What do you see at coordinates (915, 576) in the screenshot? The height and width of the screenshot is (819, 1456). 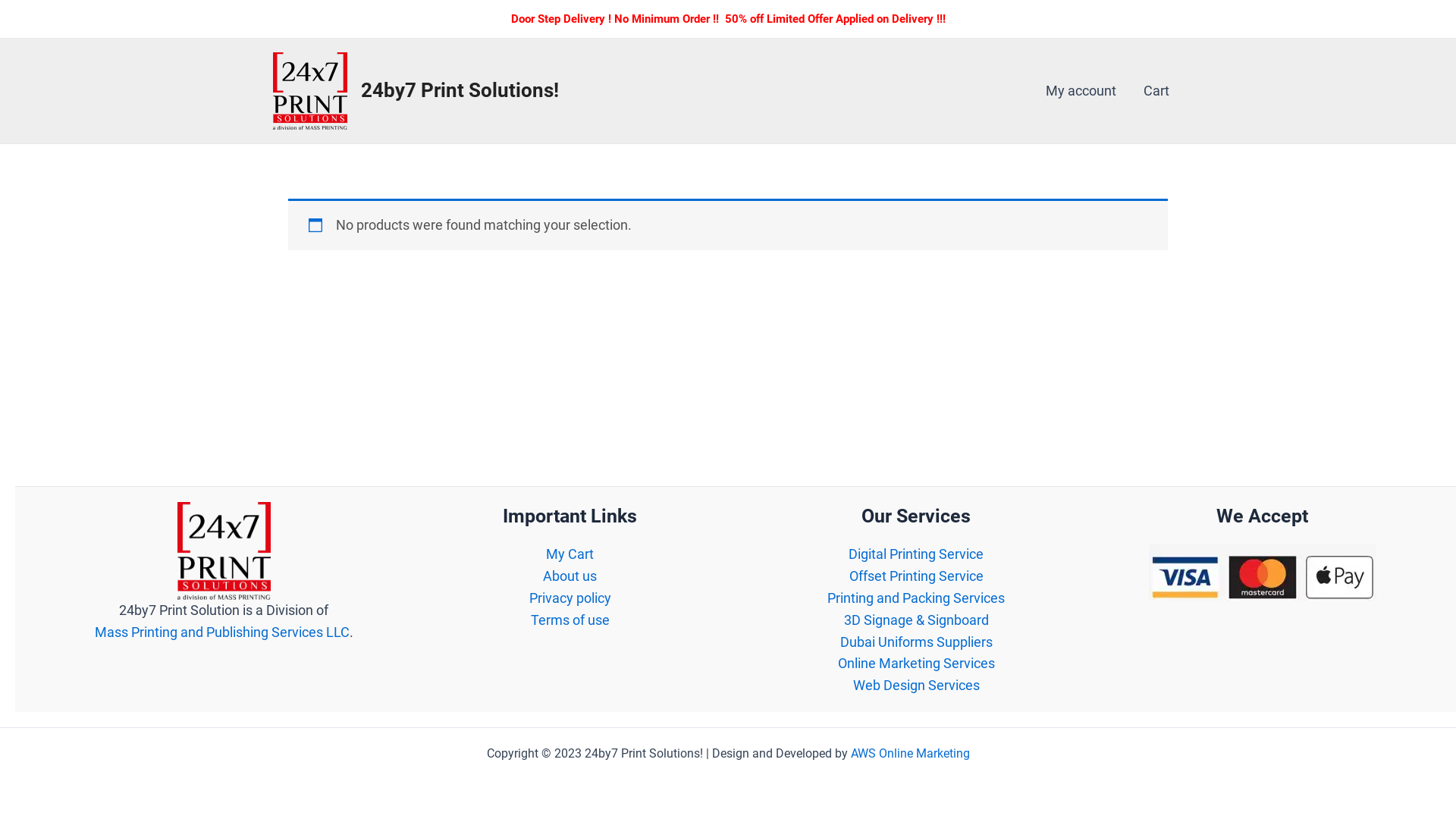 I see `'Offset Printing Service'` at bounding box center [915, 576].